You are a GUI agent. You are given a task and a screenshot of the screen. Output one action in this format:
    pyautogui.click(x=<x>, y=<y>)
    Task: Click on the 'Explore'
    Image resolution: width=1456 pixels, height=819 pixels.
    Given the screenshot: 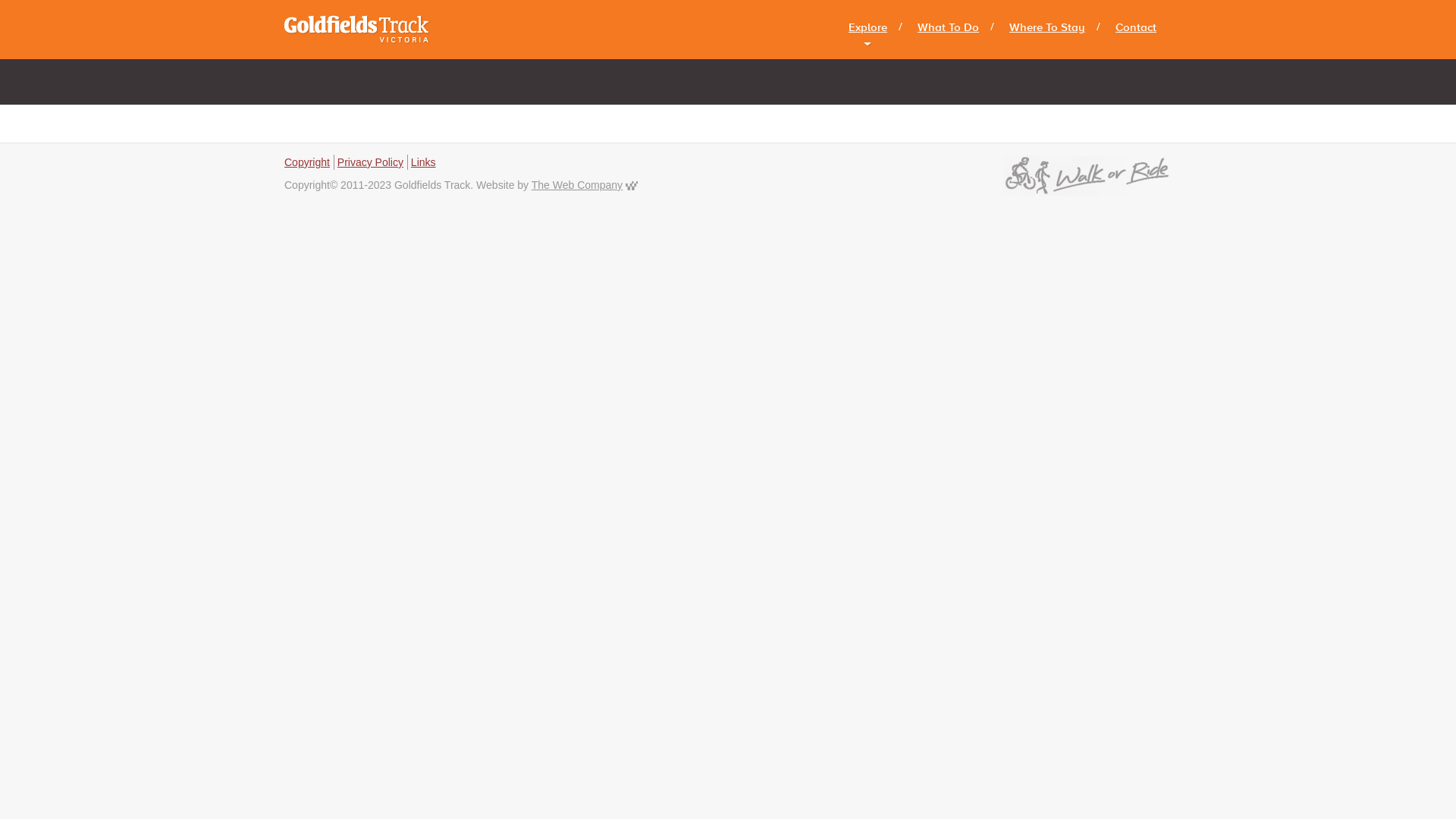 What is the action you would take?
    pyautogui.click(x=868, y=27)
    